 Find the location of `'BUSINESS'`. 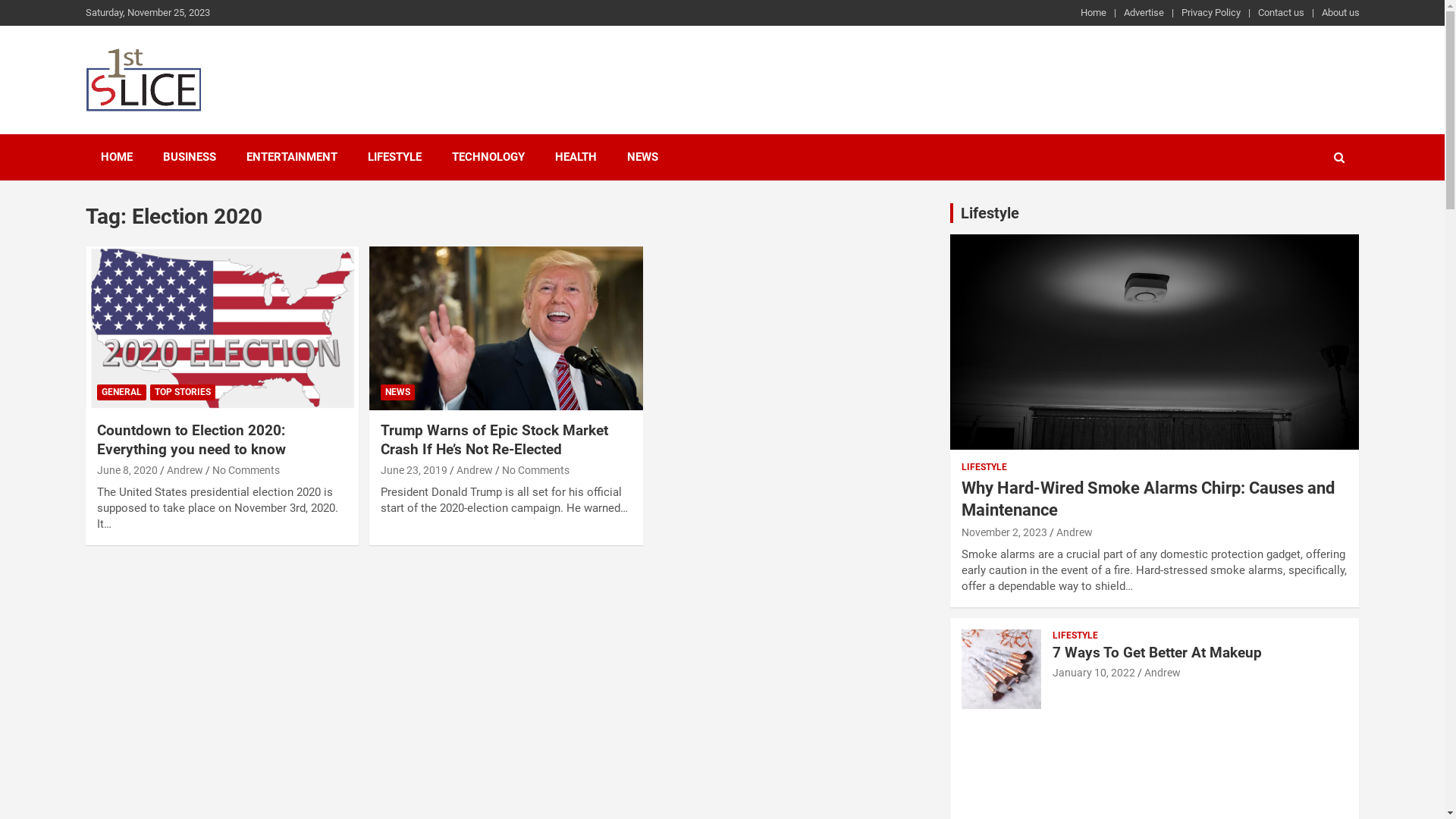

'BUSINESS' is located at coordinates (188, 157).